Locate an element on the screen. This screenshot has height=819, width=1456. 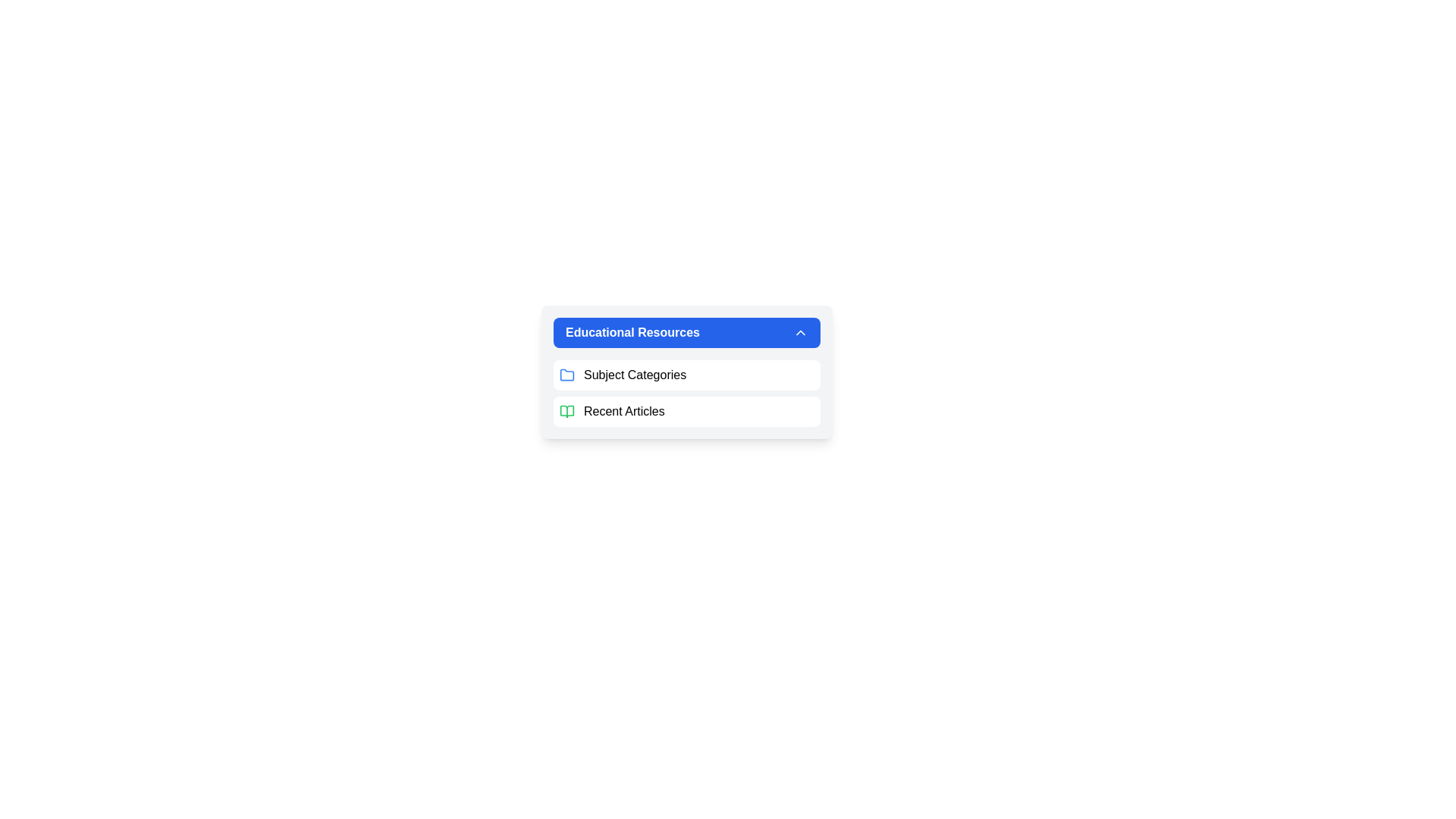
text content of the label indicating subject categories within the 'Educational Resources' section, positioned above 'Recent Articles' and to the right of a small folder icon is located at coordinates (635, 375).